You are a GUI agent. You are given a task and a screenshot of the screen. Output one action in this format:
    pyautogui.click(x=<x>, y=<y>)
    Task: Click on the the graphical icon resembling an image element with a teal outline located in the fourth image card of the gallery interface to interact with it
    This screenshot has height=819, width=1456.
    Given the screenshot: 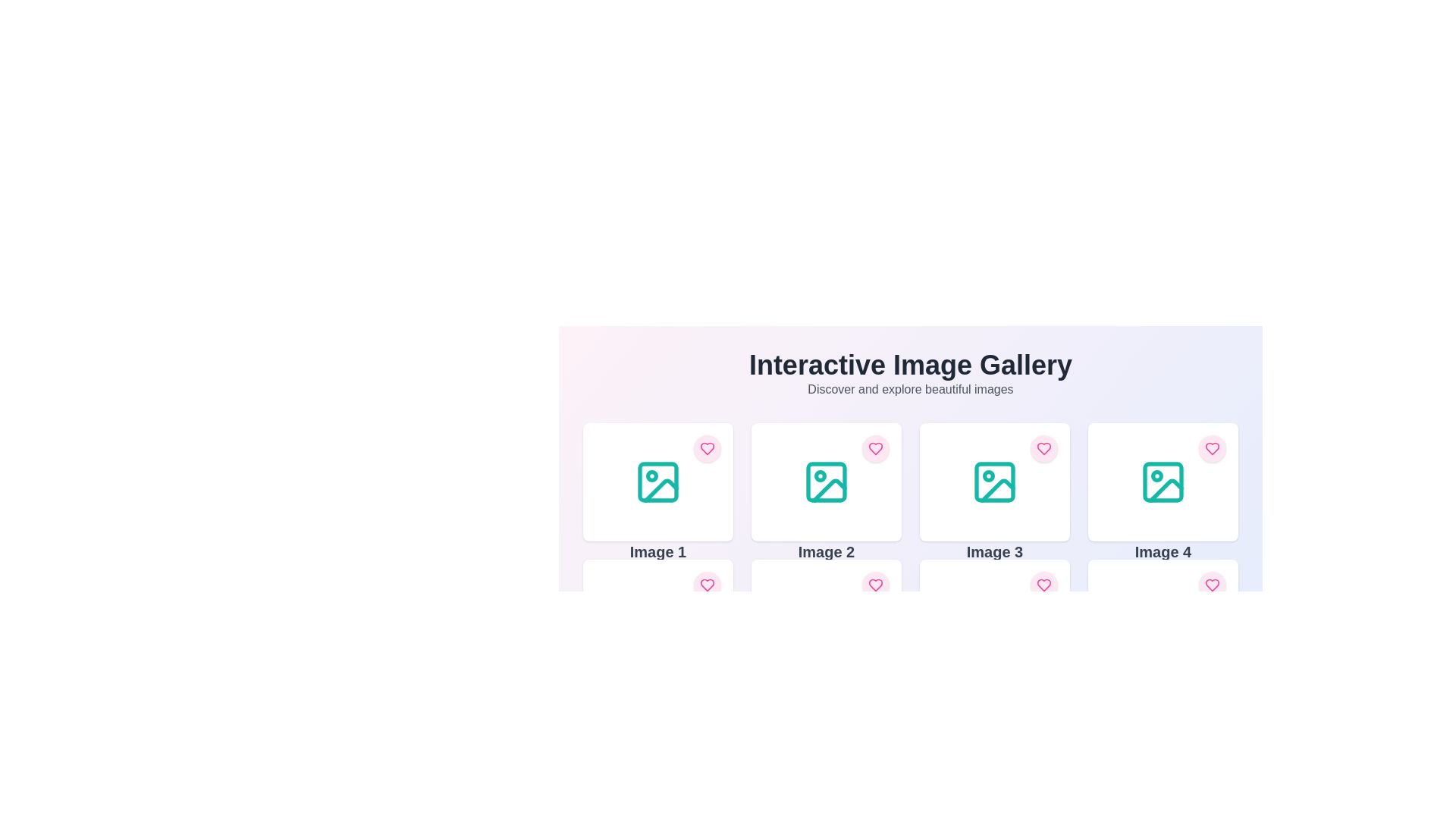 What is the action you would take?
    pyautogui.click(x=1163, y=482)
    